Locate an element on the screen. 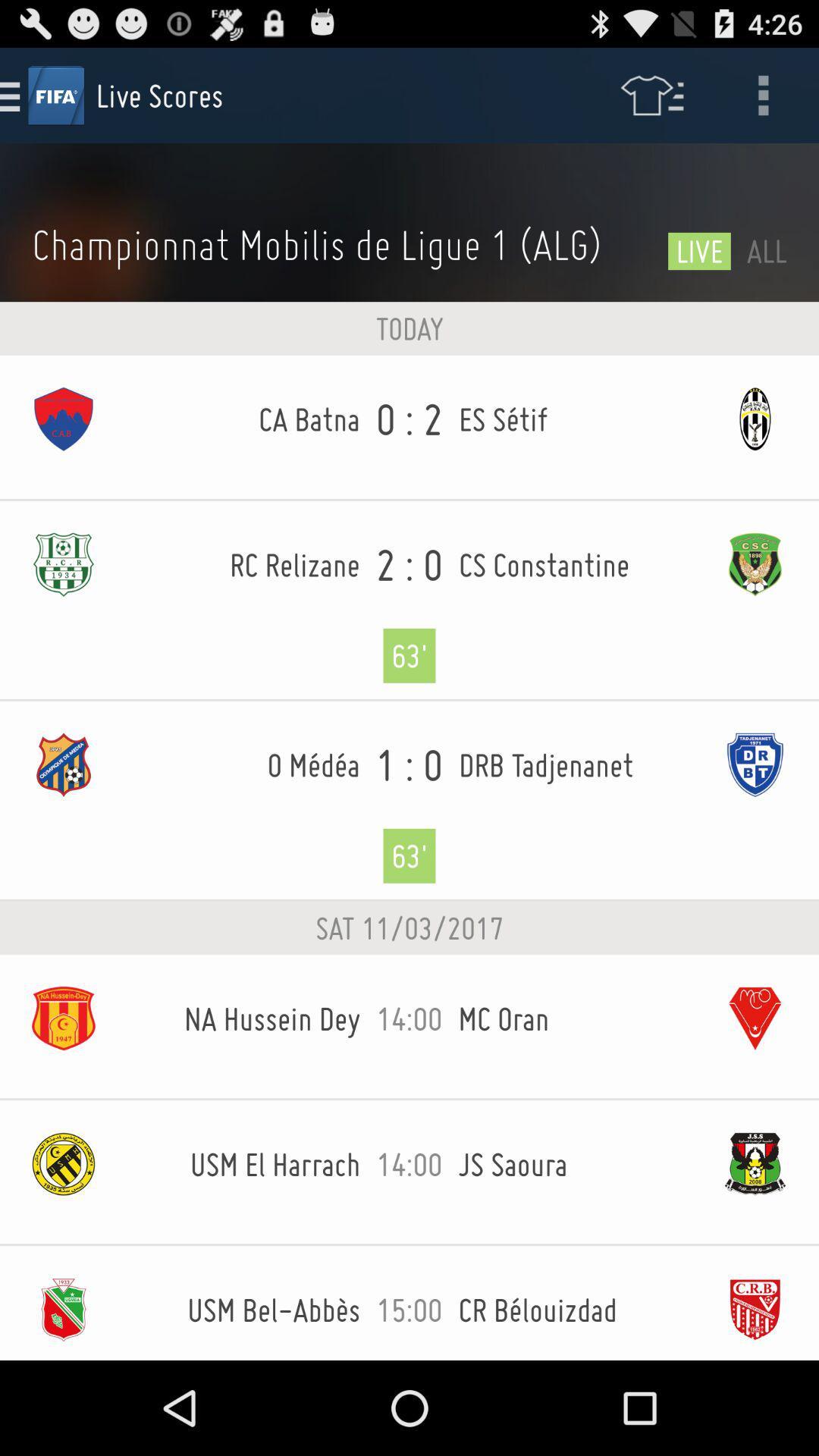  the item above the sat 11 03 item is located at coordinates (409, 800).